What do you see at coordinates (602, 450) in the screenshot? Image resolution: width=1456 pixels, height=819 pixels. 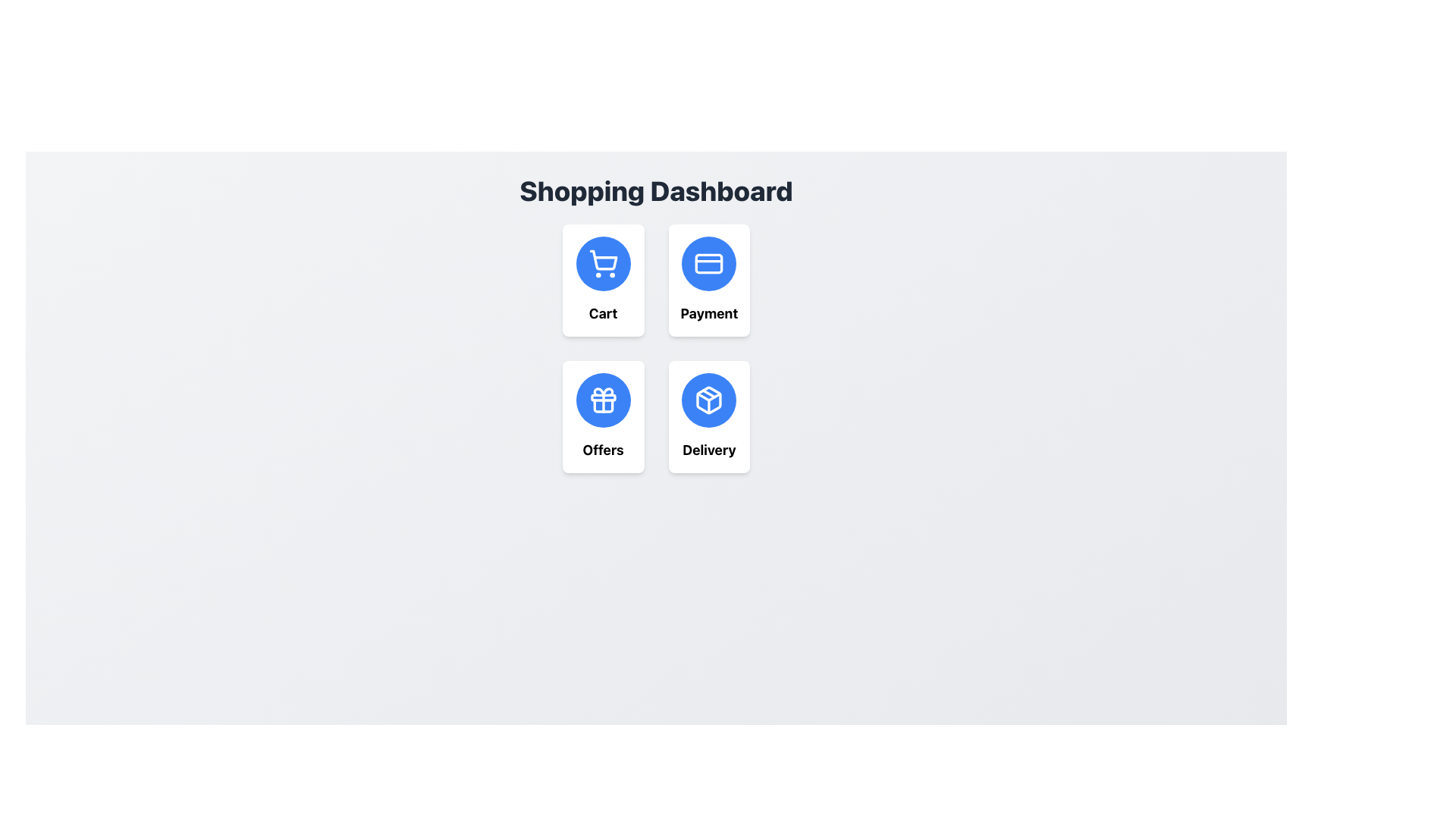 I see `the 'Offers' text label, which is displayed in bold black font below a gift icon on a white card in a 2x2 grid layout` at bounding box center [602, 450].